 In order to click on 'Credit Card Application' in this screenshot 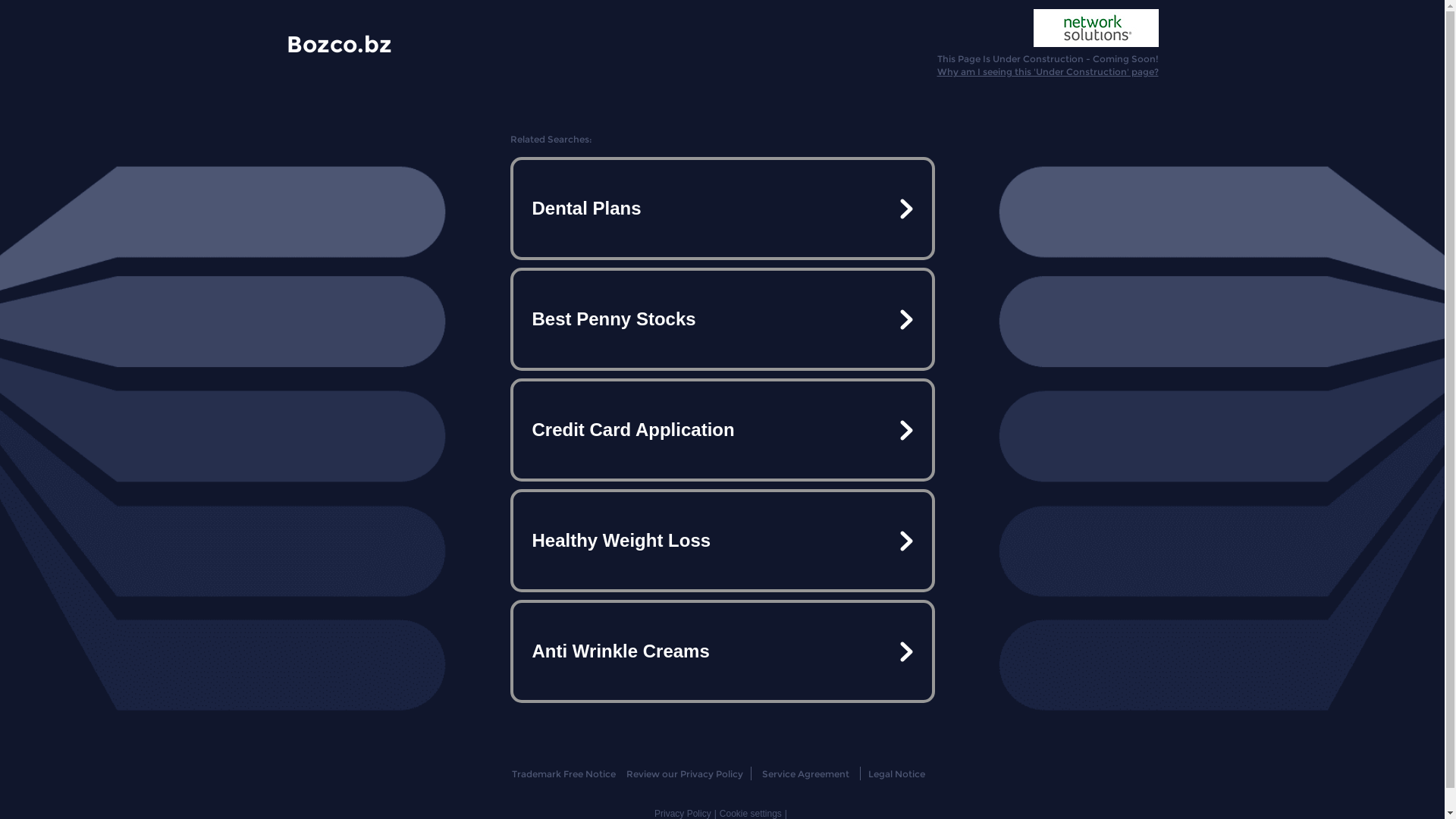, I will do `click(720, 430)`.